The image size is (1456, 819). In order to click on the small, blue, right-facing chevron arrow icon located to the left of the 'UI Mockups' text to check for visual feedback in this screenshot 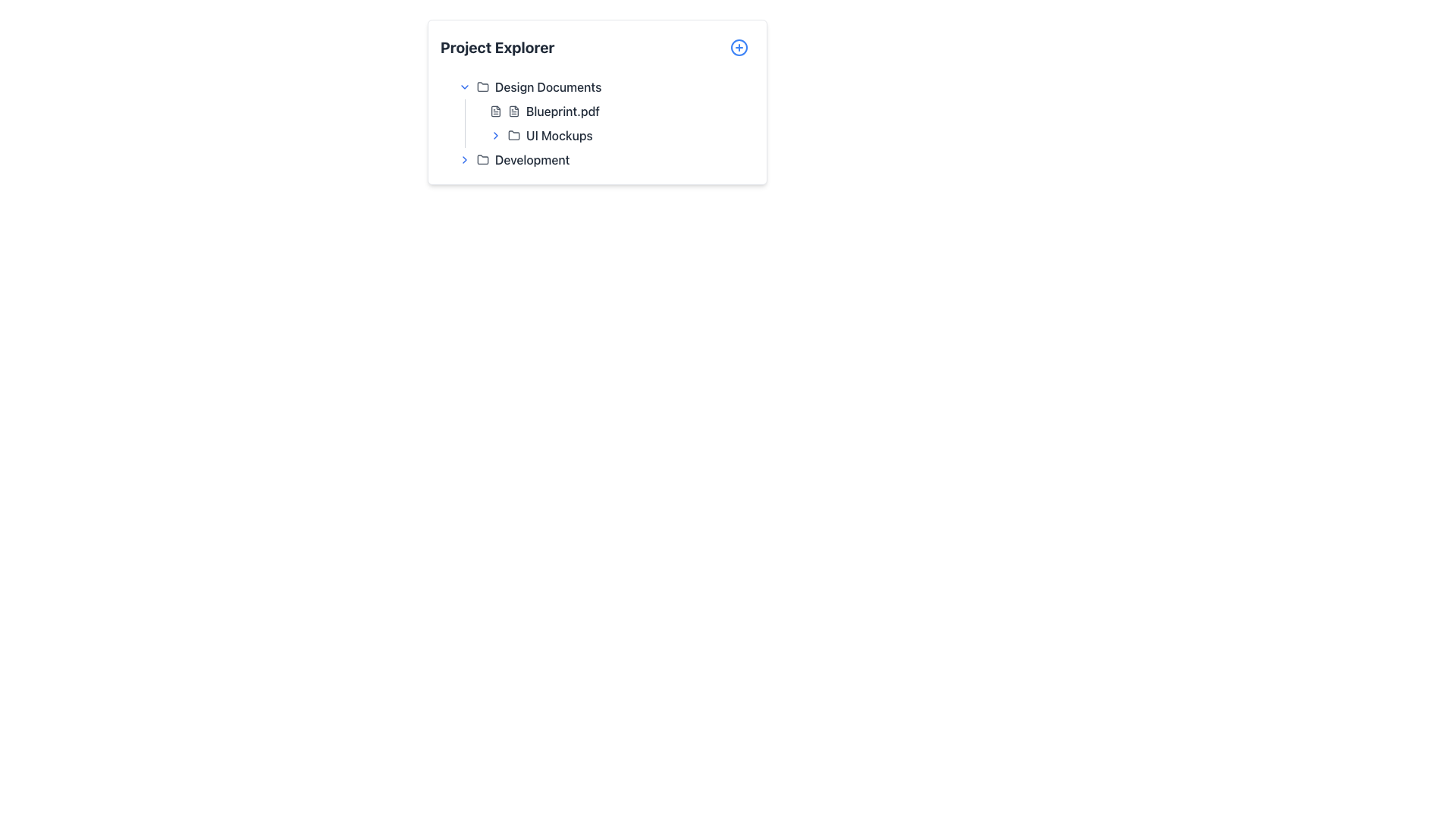, I will do `click(495, 134)`.